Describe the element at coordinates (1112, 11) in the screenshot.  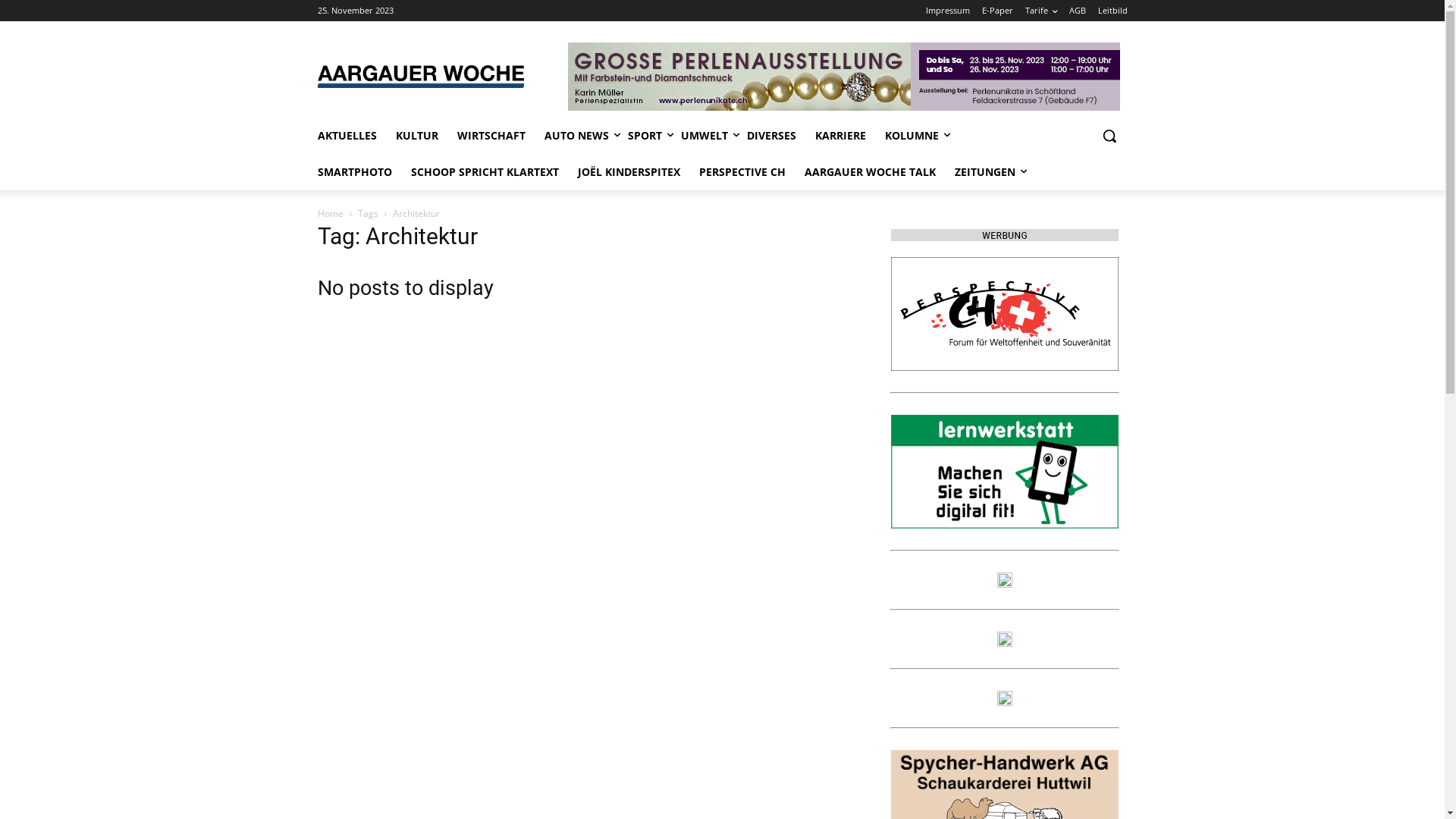
I see `'Leitbild'` at that location.